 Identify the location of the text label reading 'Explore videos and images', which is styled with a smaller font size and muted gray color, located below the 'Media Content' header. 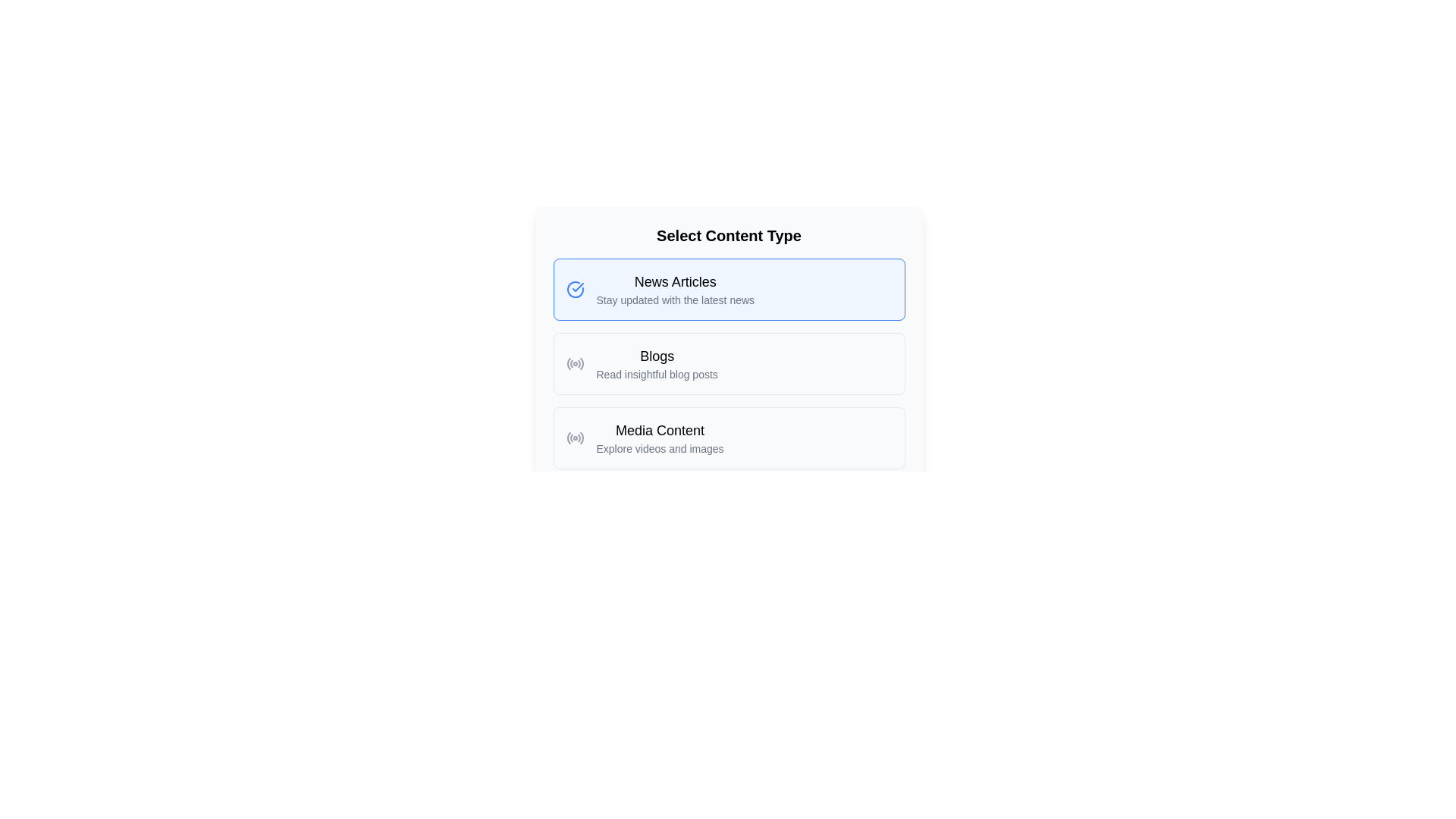
(660, 447).